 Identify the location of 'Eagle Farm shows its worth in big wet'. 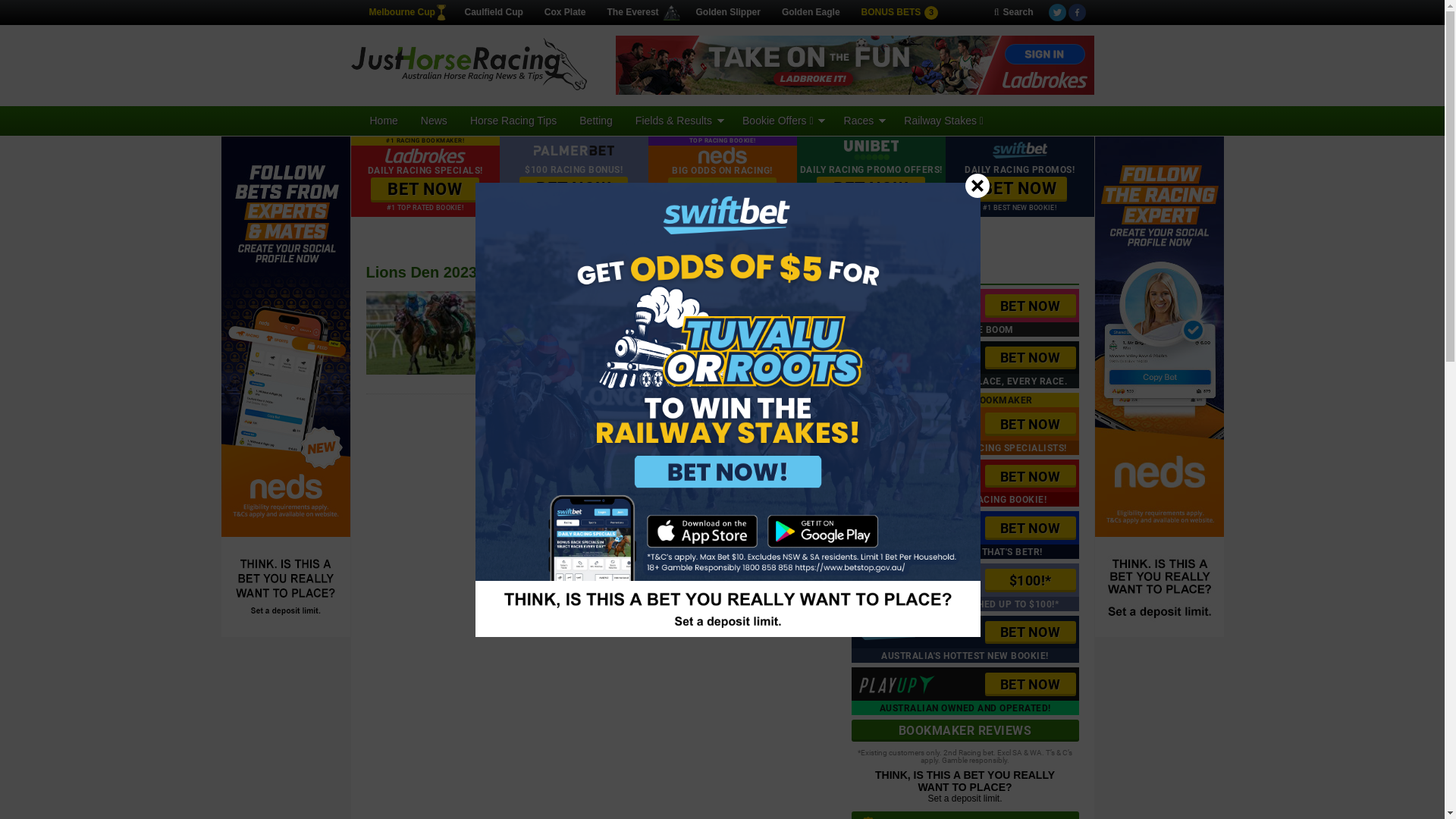
(431, 371).